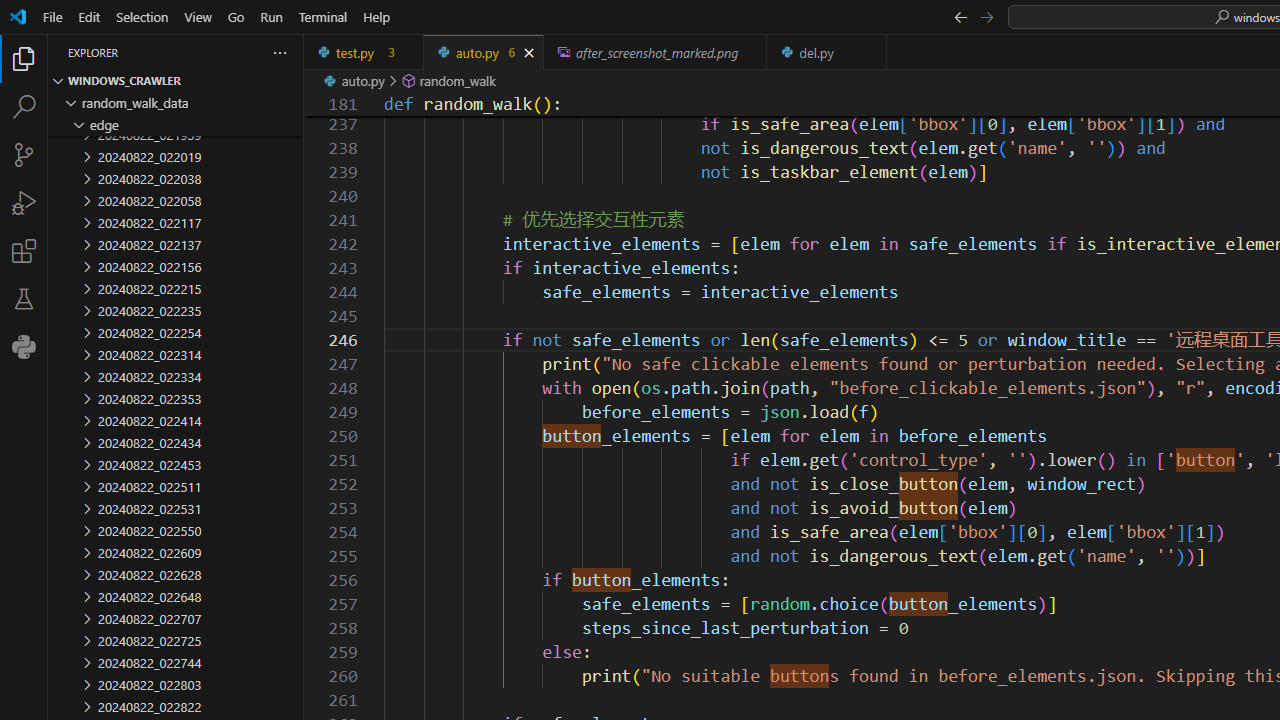  I want to click on 'Views and More Actions...', so click(278, 51).